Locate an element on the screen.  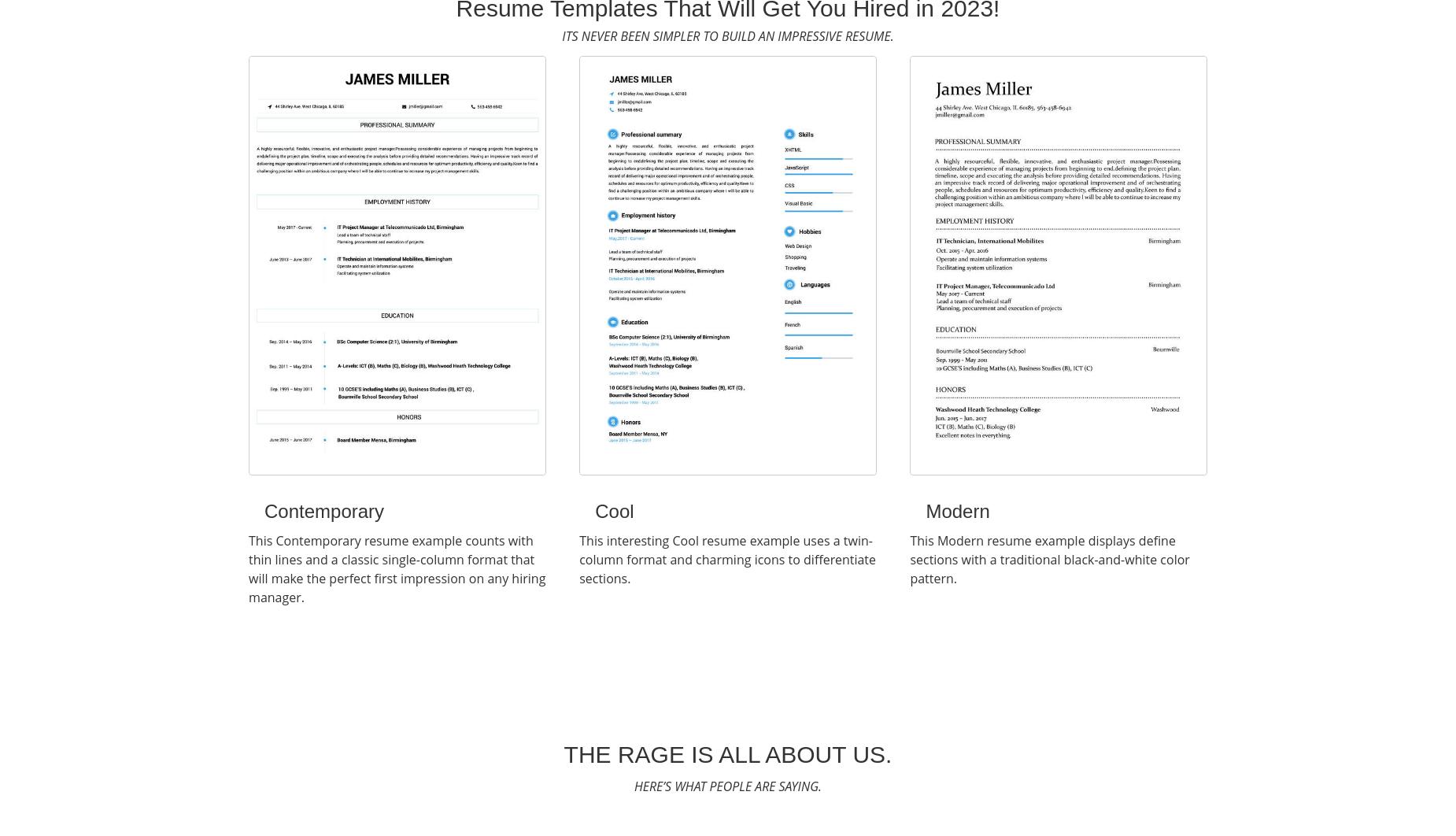
'Cool' is located at coordinates (614, 511).